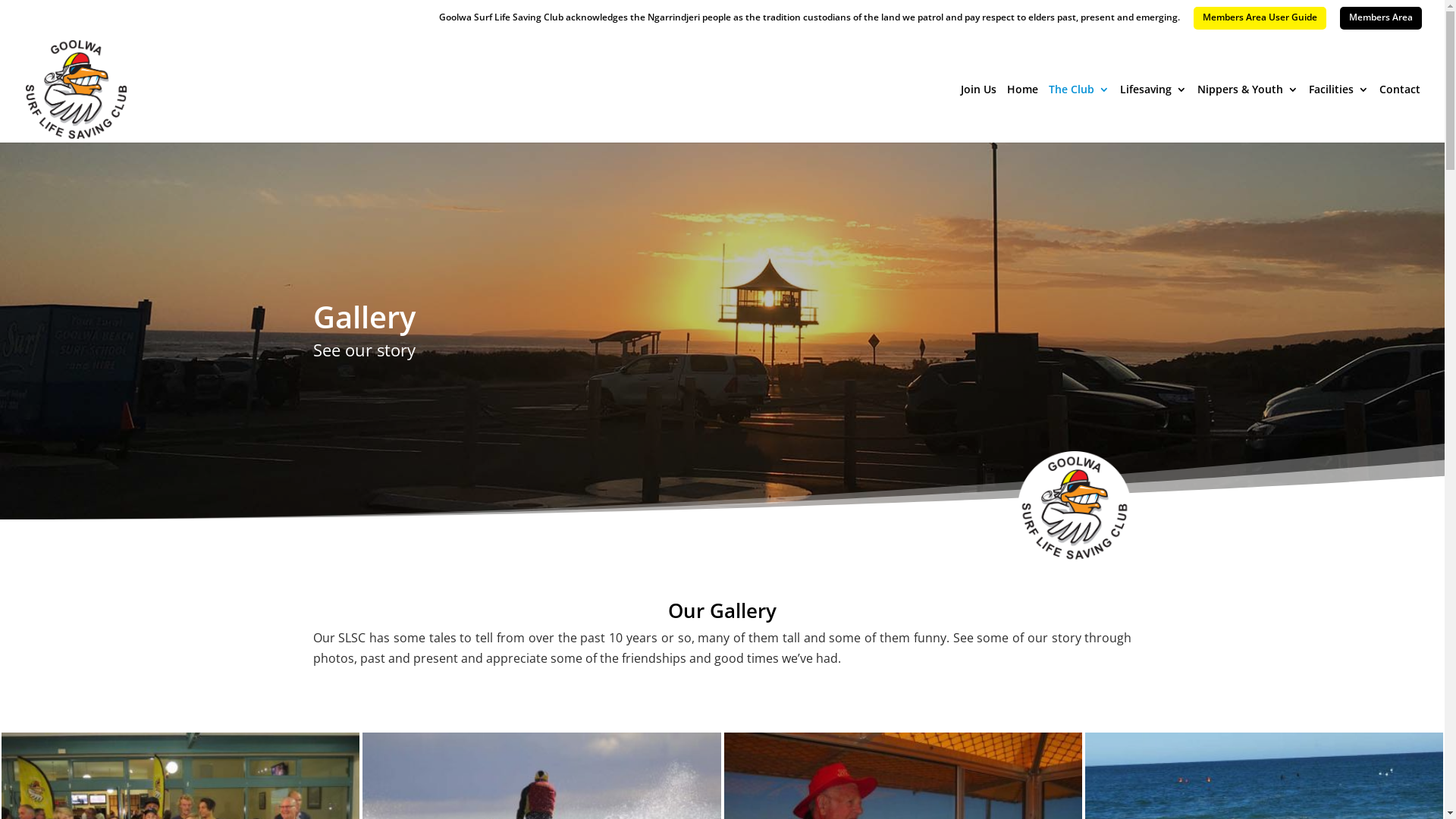 The width and height of the screenshot is (1456, 819). What do you see at coordinates (1380, 17) in the screenshot?
I see `'Members Area'` at bounding box center [1380, 17].